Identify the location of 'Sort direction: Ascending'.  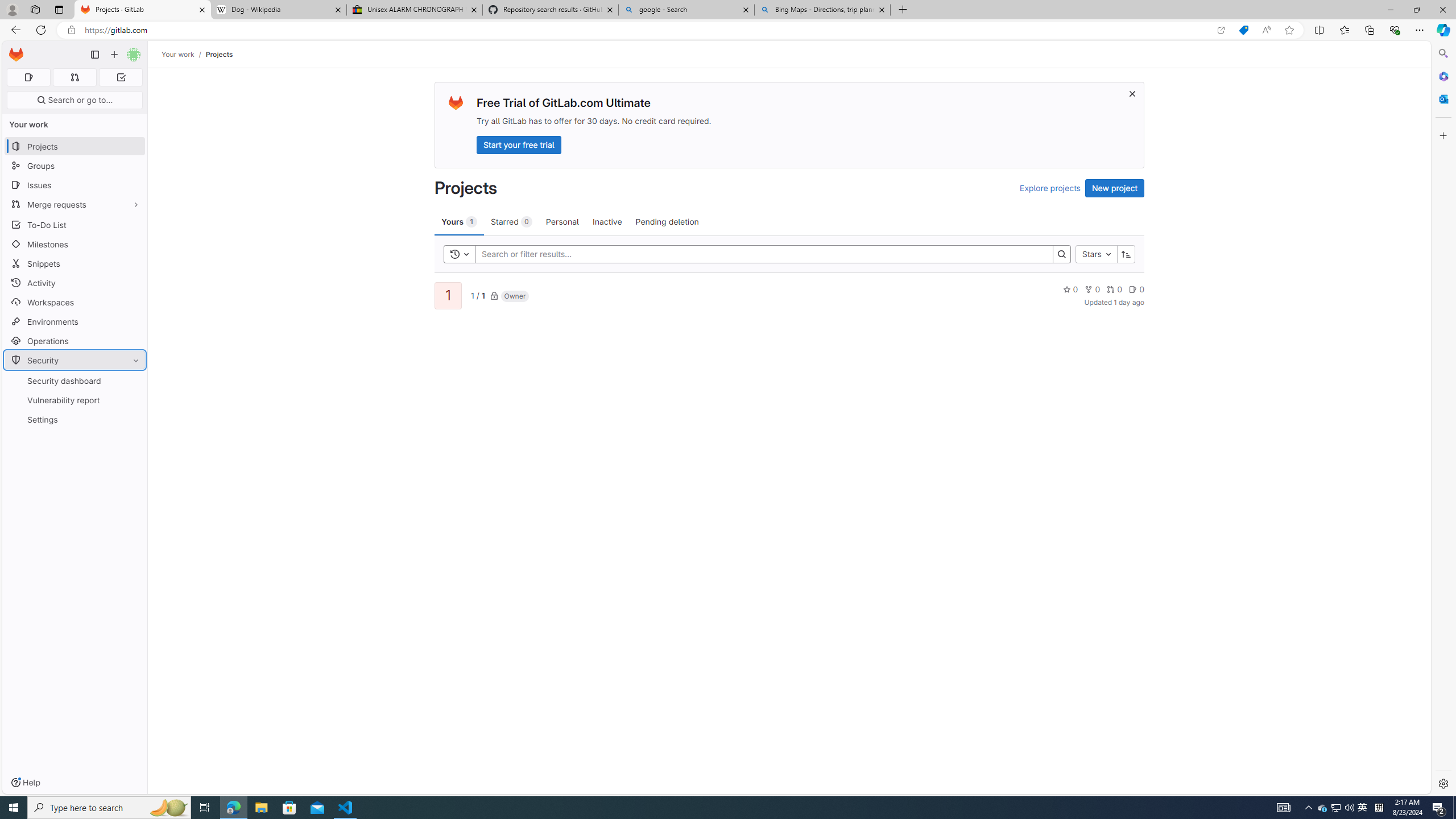
(1126, 254).